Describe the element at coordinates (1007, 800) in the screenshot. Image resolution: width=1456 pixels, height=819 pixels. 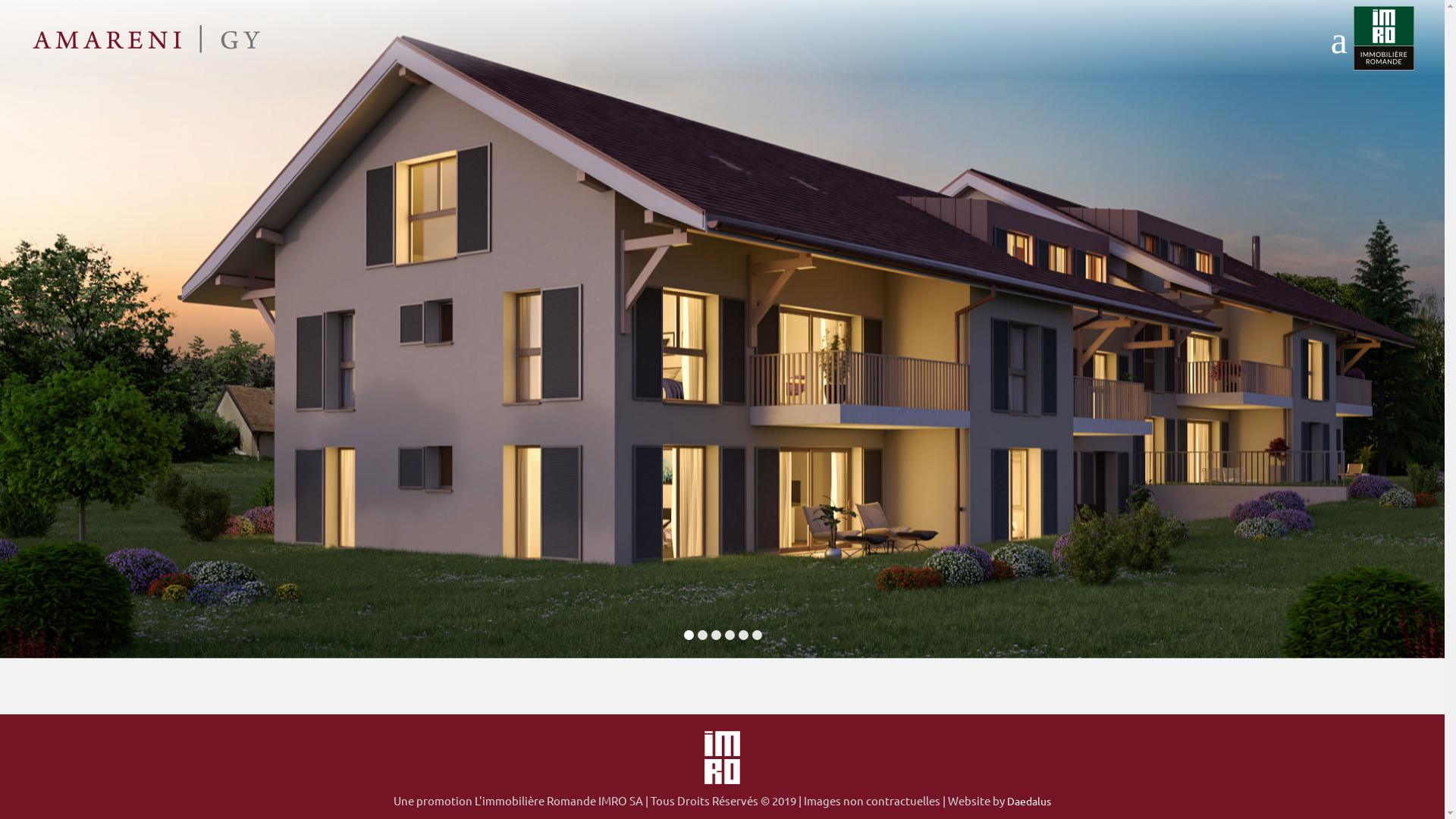
I see `'Daedalus'` at that location.